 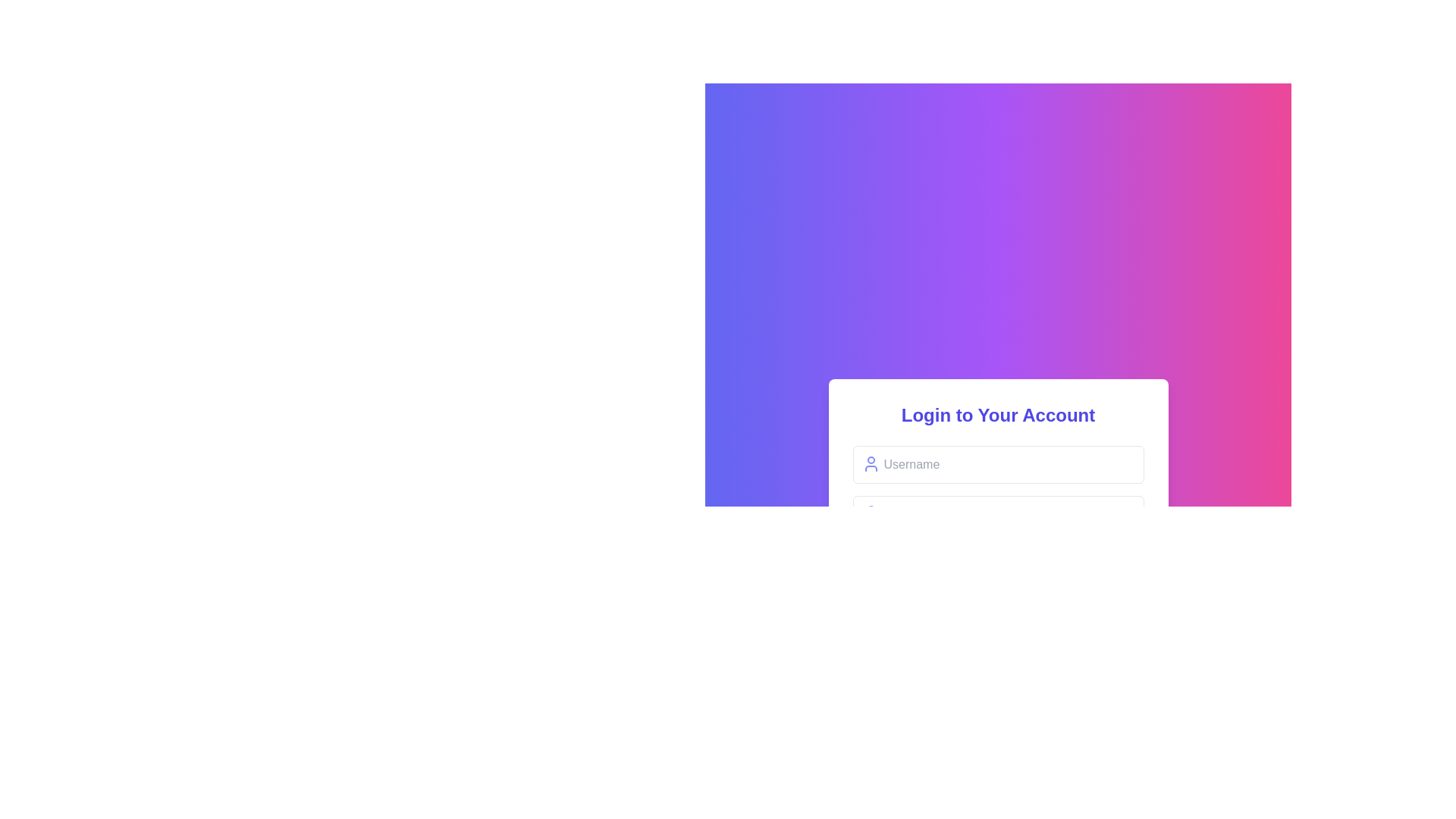 I want to click on the indigo user profile icon located to the left of the username input field in the login form under the title 'Login to Your Account', so click(x=871, y=463).